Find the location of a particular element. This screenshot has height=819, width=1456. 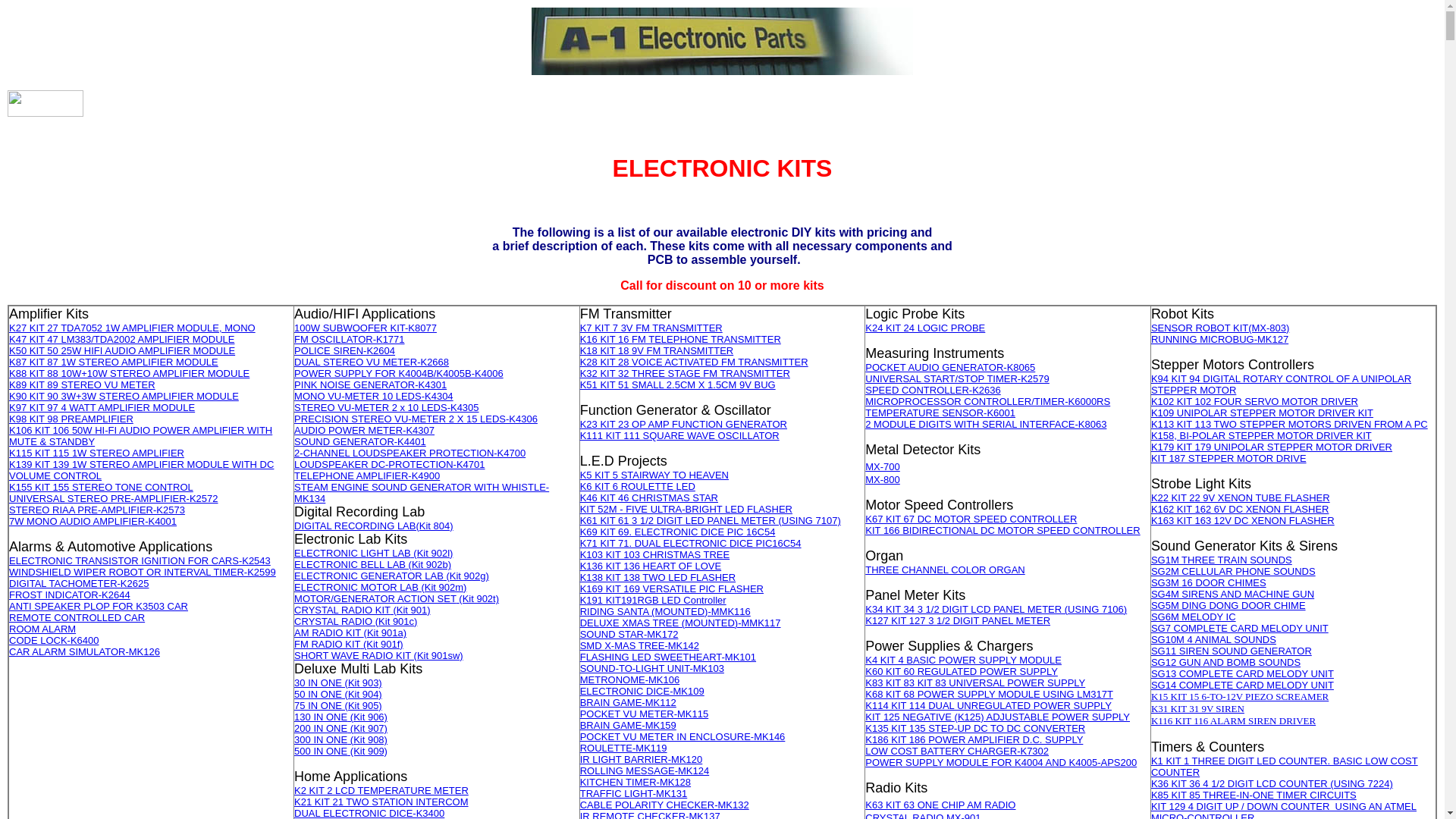

'SG3M 16 DOOR CHIMES' is located at coordinates (1207, 582).